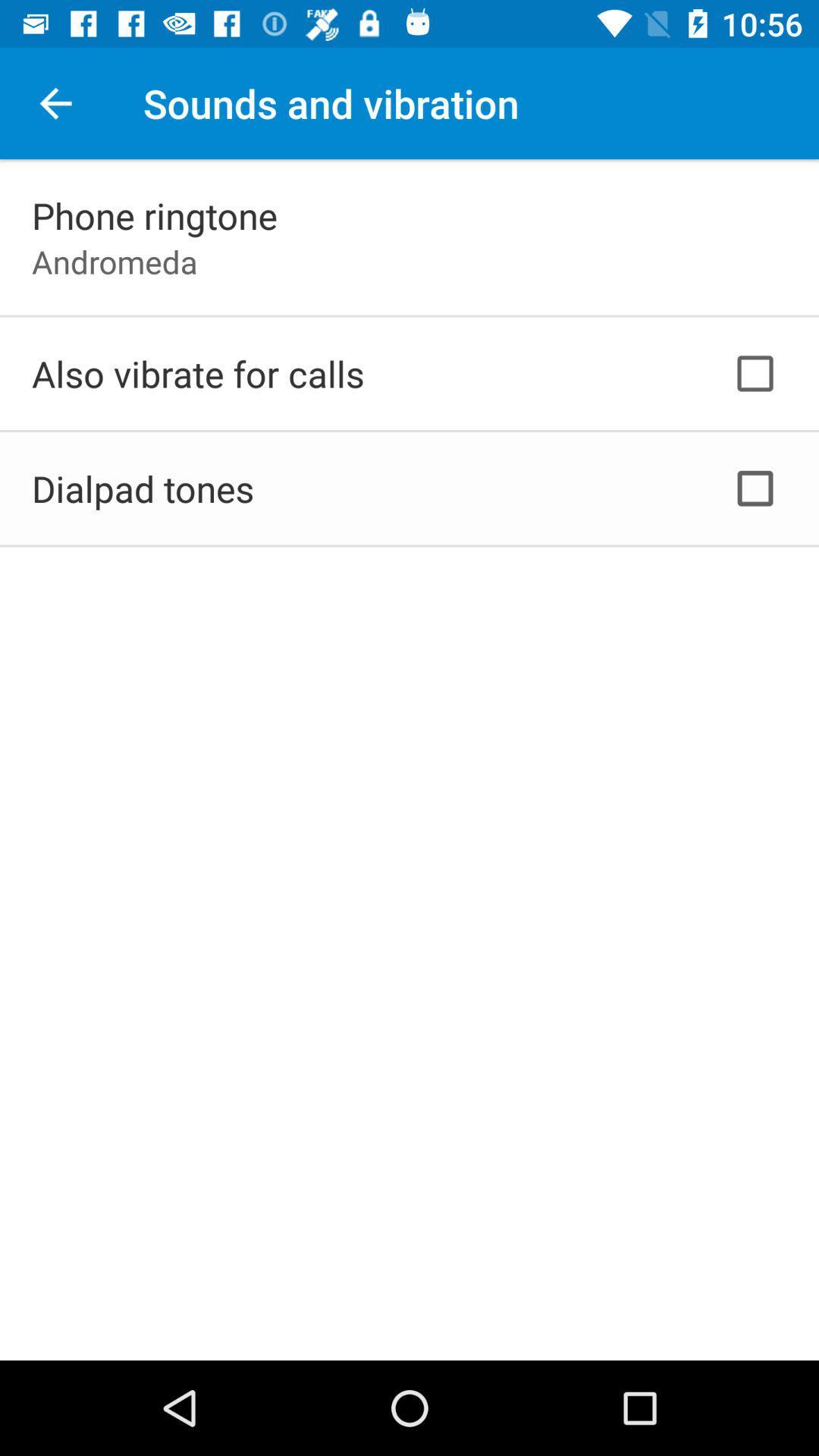 This screenshot has height=1456, width=819. I want to click on also vibrate for, so click(197, 373).